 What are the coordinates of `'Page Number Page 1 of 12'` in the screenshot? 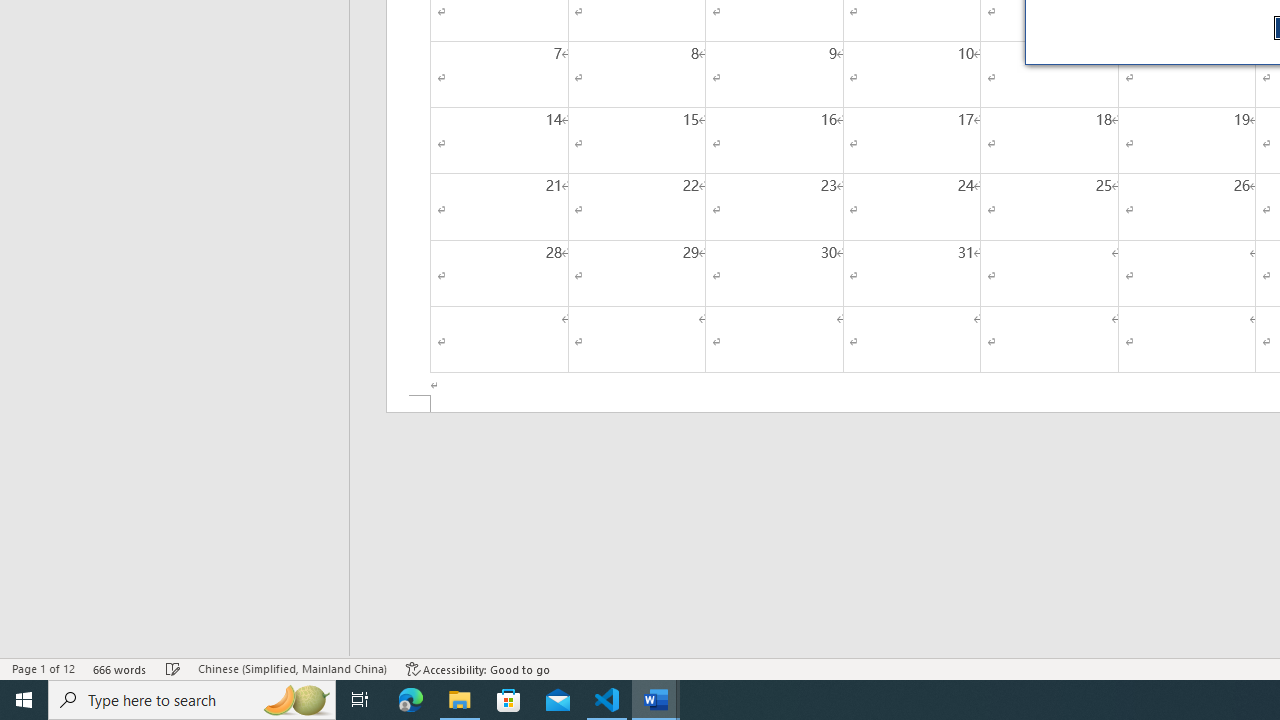 It's located at (43, 669).